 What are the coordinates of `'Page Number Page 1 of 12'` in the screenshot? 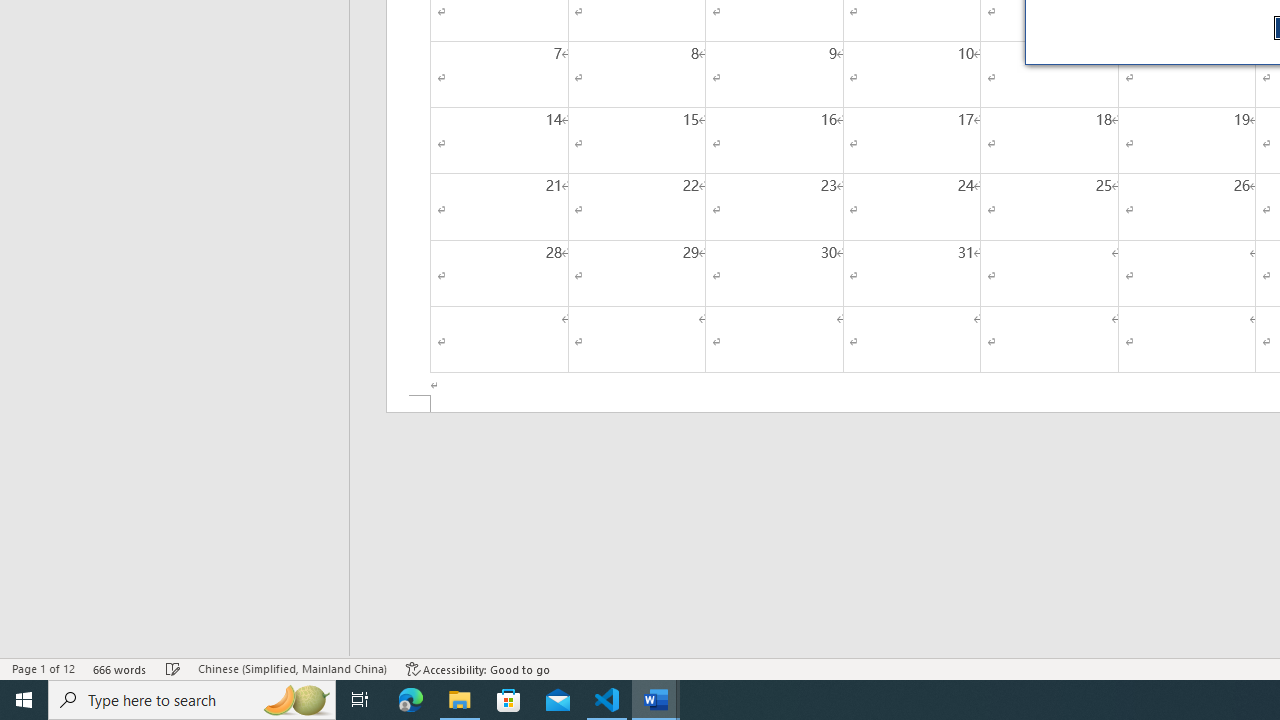 It's located at (43, 669).